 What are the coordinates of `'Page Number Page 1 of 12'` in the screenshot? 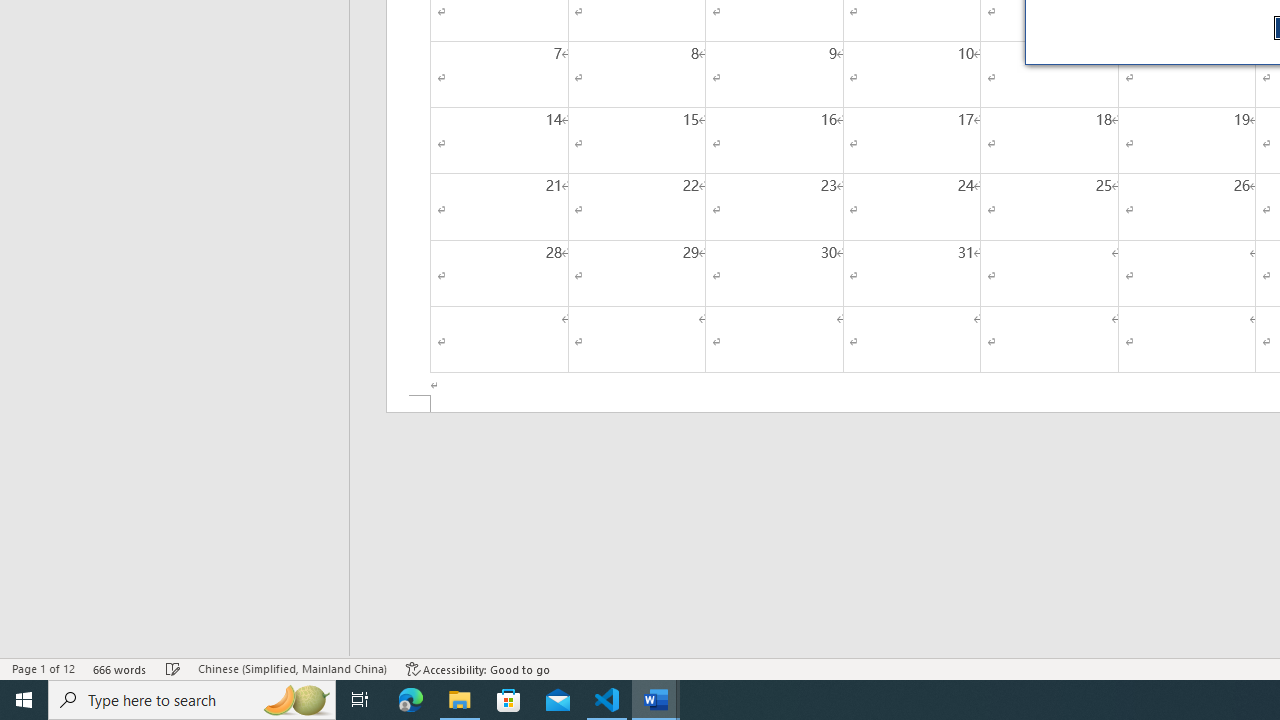 It's located at (43, 669).